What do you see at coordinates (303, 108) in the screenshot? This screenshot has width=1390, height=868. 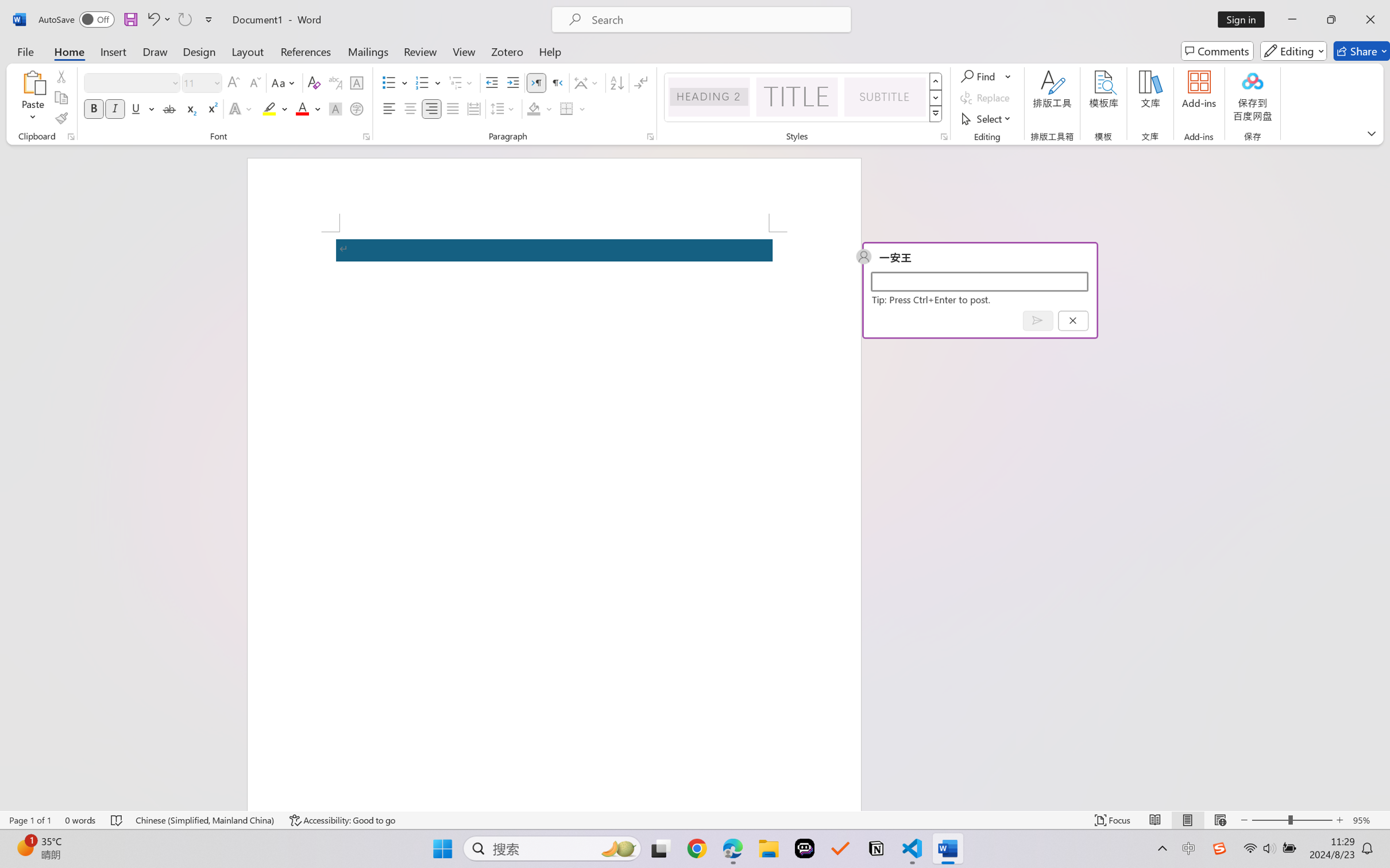 I see `'Font Color RGB(255, 0, 0)'` at bounding box center [303, 108].